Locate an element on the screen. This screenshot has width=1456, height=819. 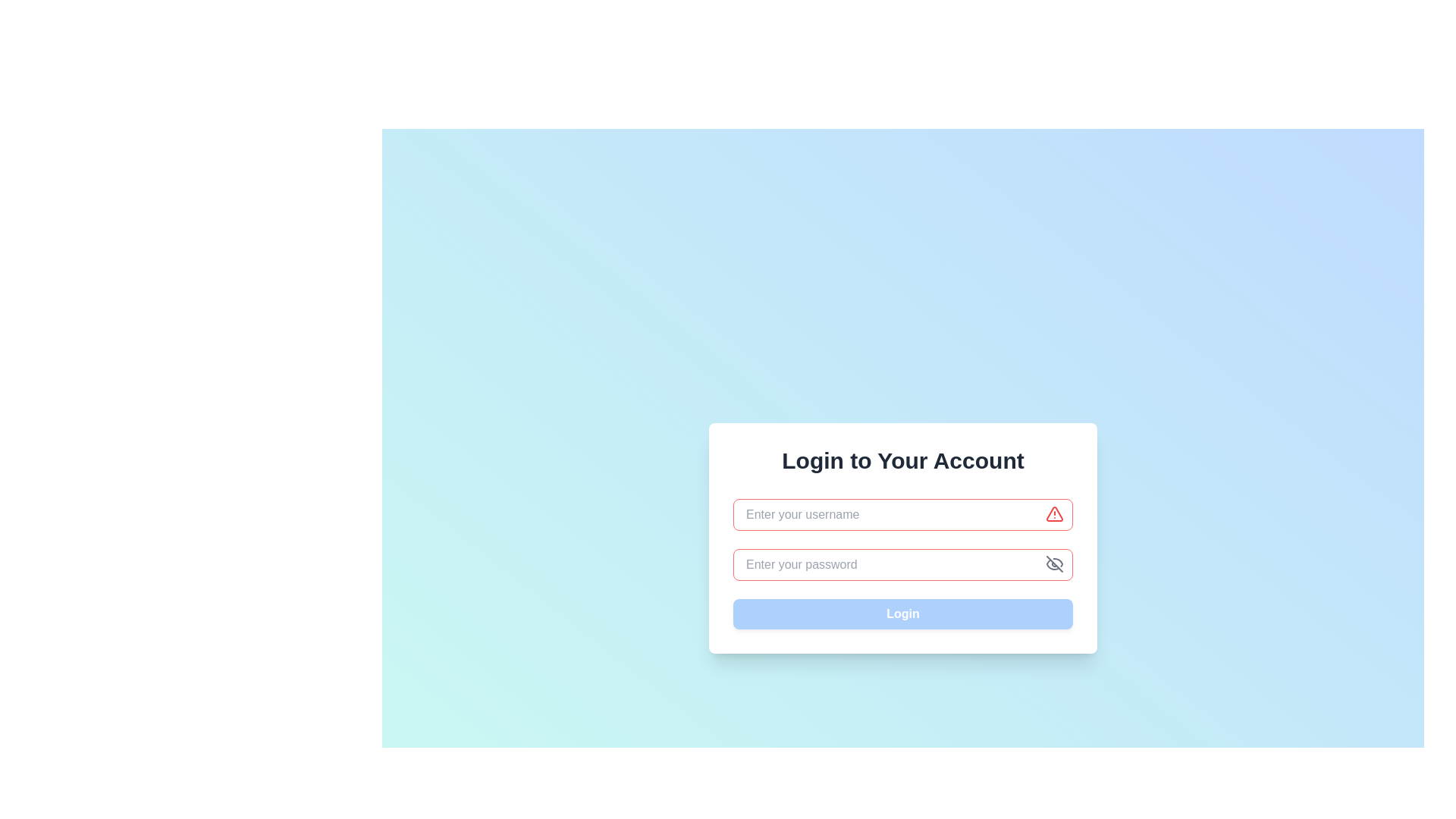
the text input field with a red border indicating an error state, which has a placeholder text 'Enter your username.' to focus on it is located at coordinates (902, 513).